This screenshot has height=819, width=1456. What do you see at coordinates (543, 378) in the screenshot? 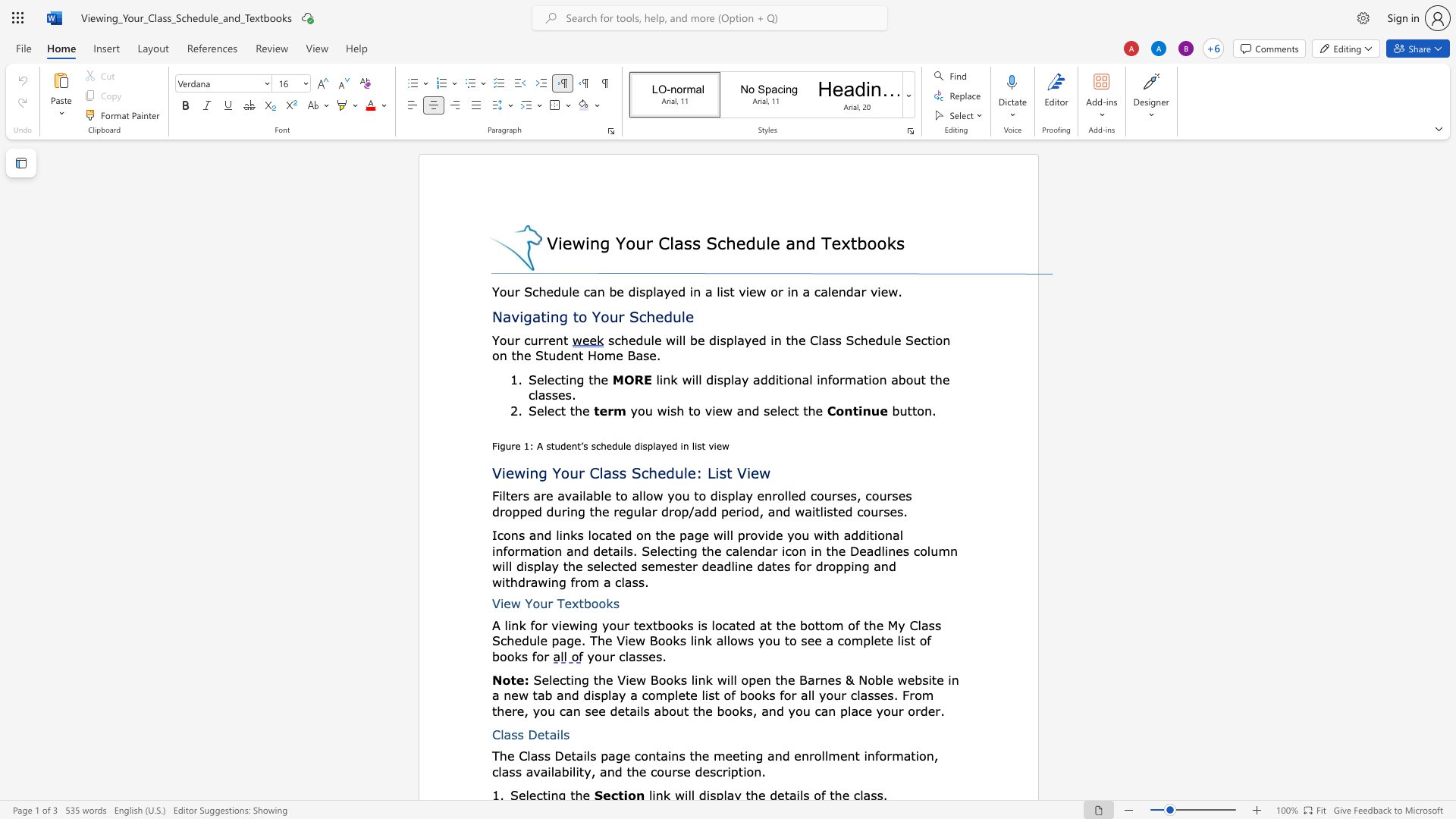
I see `the space between the continuous character "e" and "l" in the text` at bounding box center [543, 378].